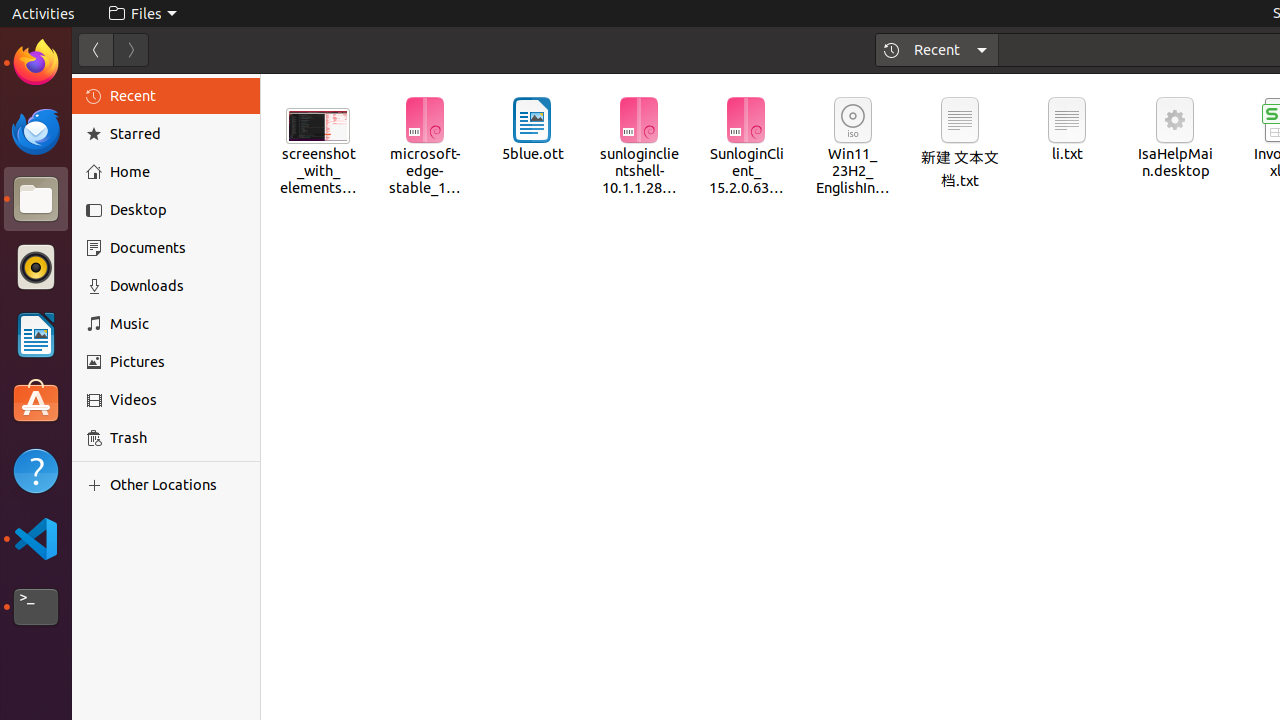  What do you see at coordinates (178, 171) in the screenshot?
I see `'Home'` at bounding box center [178, 171].